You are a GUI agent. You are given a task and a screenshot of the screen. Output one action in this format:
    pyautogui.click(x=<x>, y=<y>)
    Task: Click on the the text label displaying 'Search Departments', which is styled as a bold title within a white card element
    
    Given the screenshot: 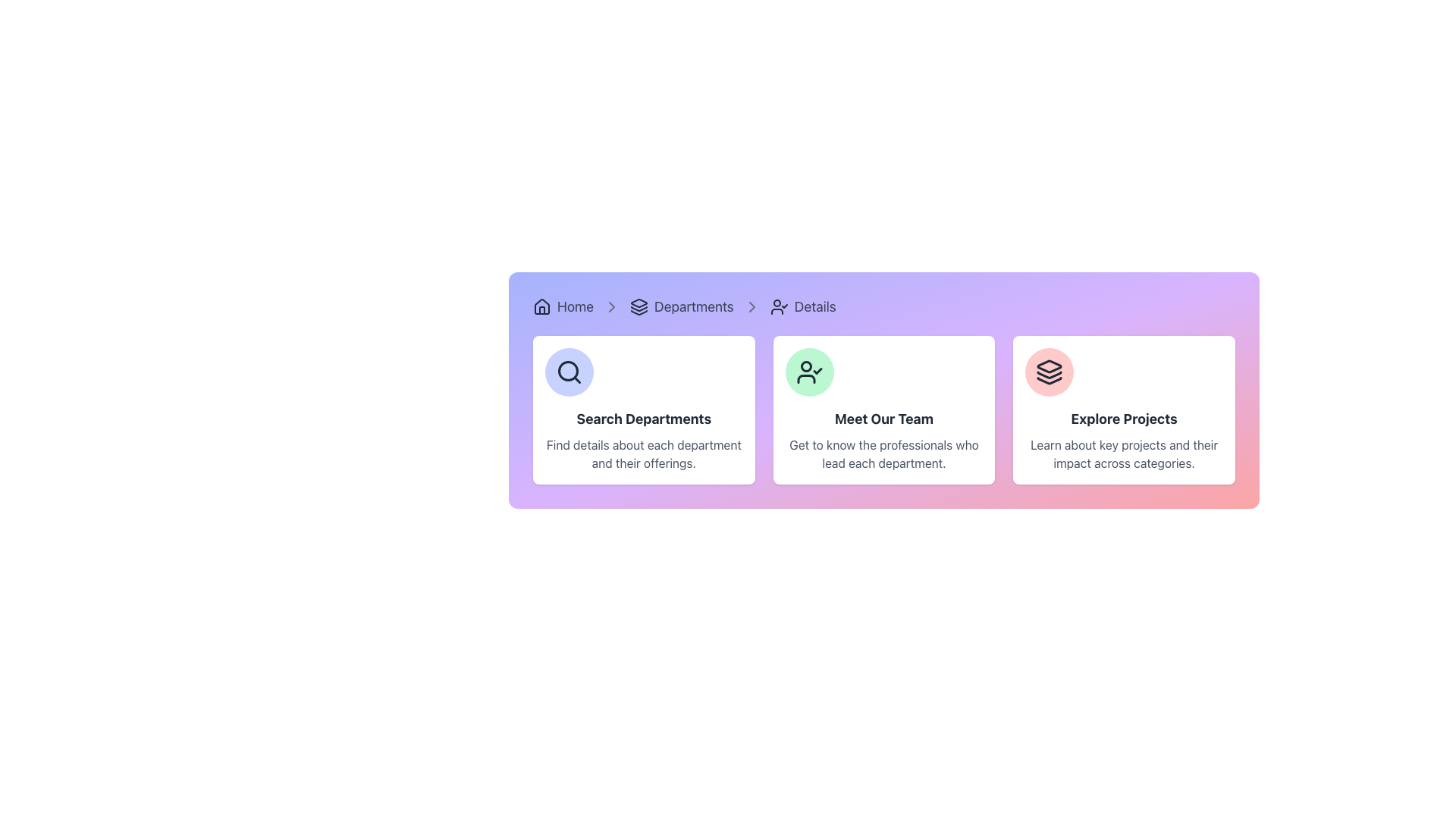 What is the action you would take?
    pyautogui.click(x=644, y=419)
    